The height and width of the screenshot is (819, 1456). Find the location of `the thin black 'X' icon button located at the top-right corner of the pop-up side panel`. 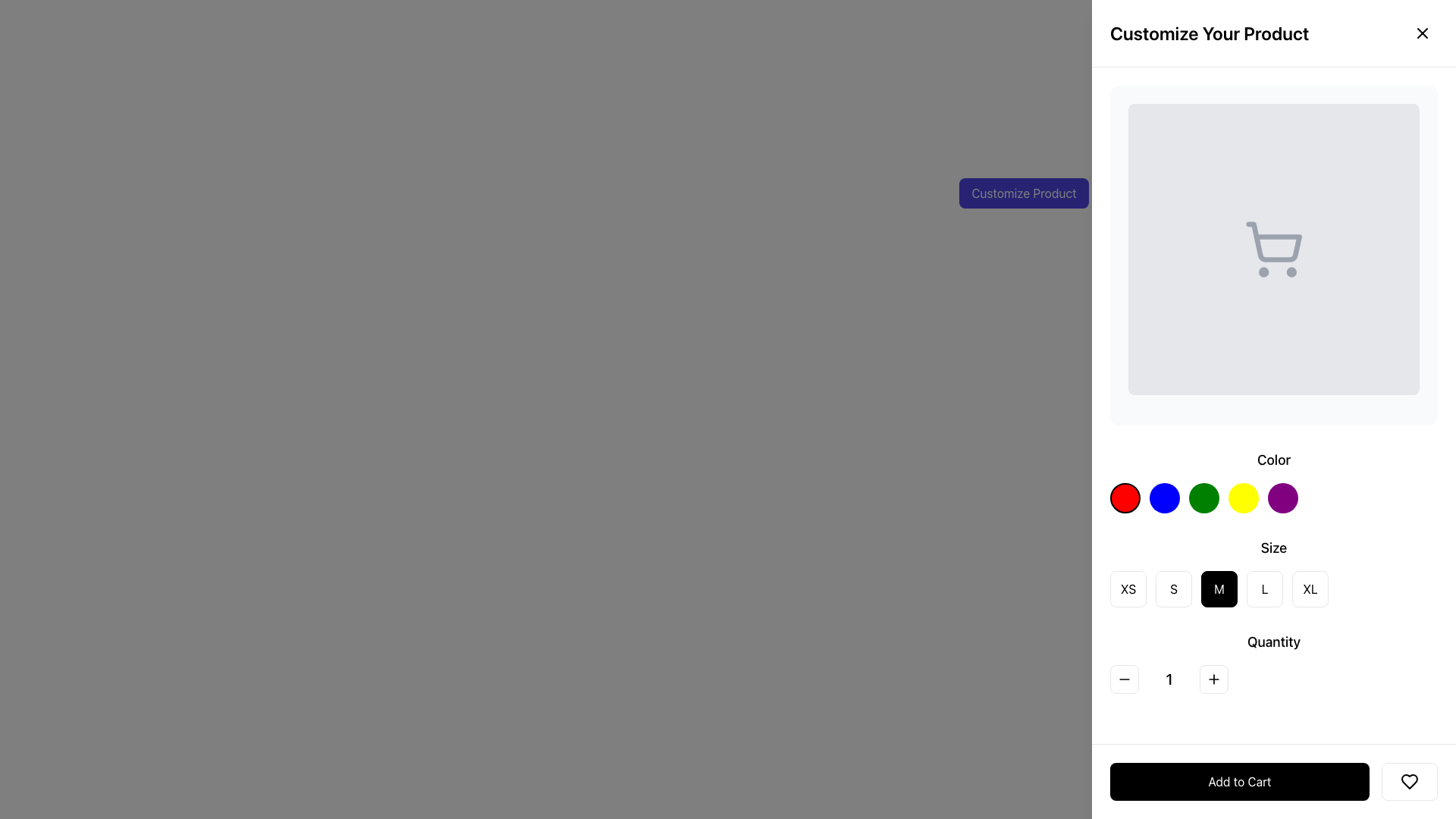

the thin black 'X' icon button located at the top-right corner of the pop-up side panel is located at coordinates (1422, 33).